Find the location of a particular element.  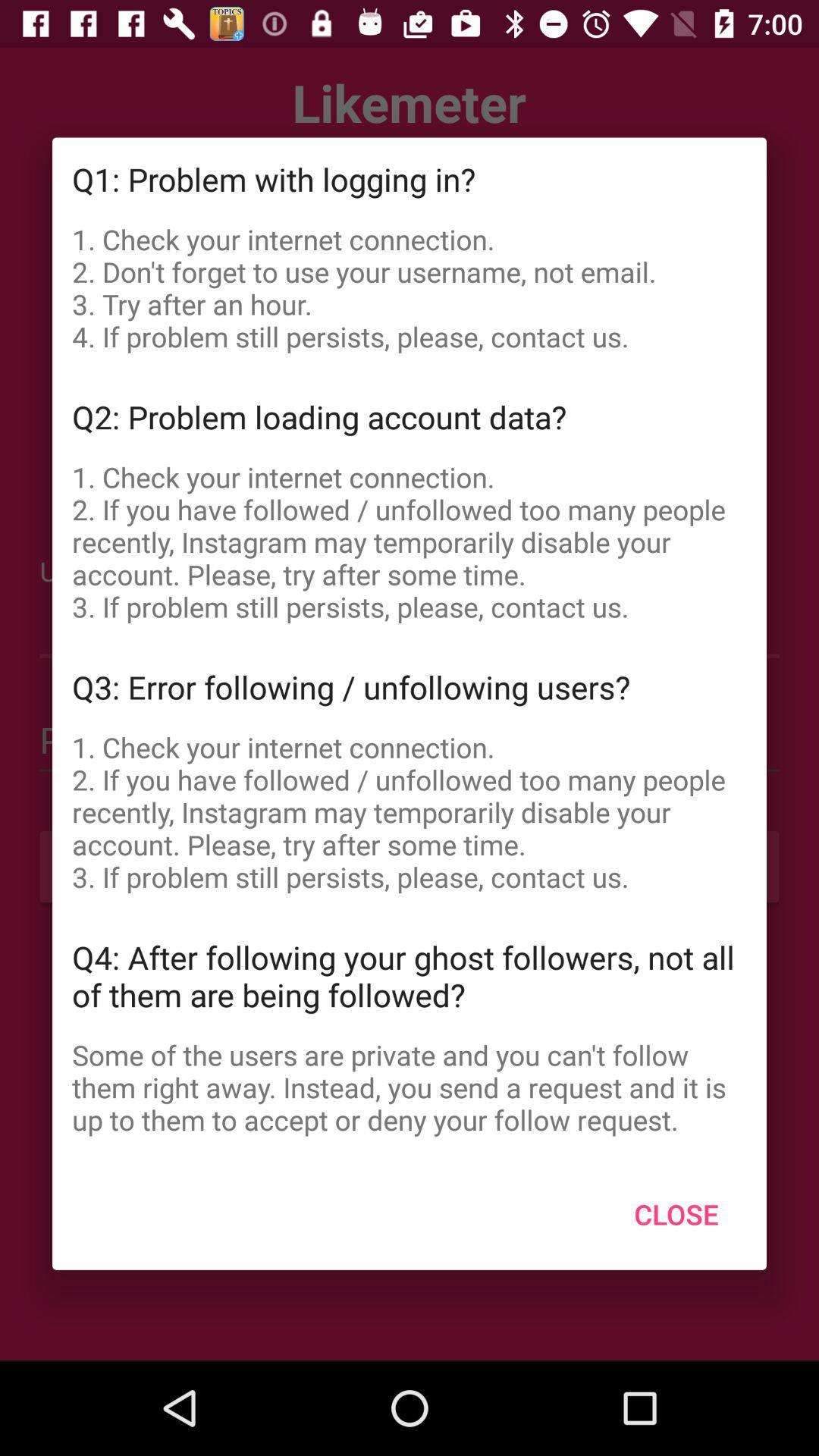

close at the bottom right corner is located at coordinates (676, 1214).